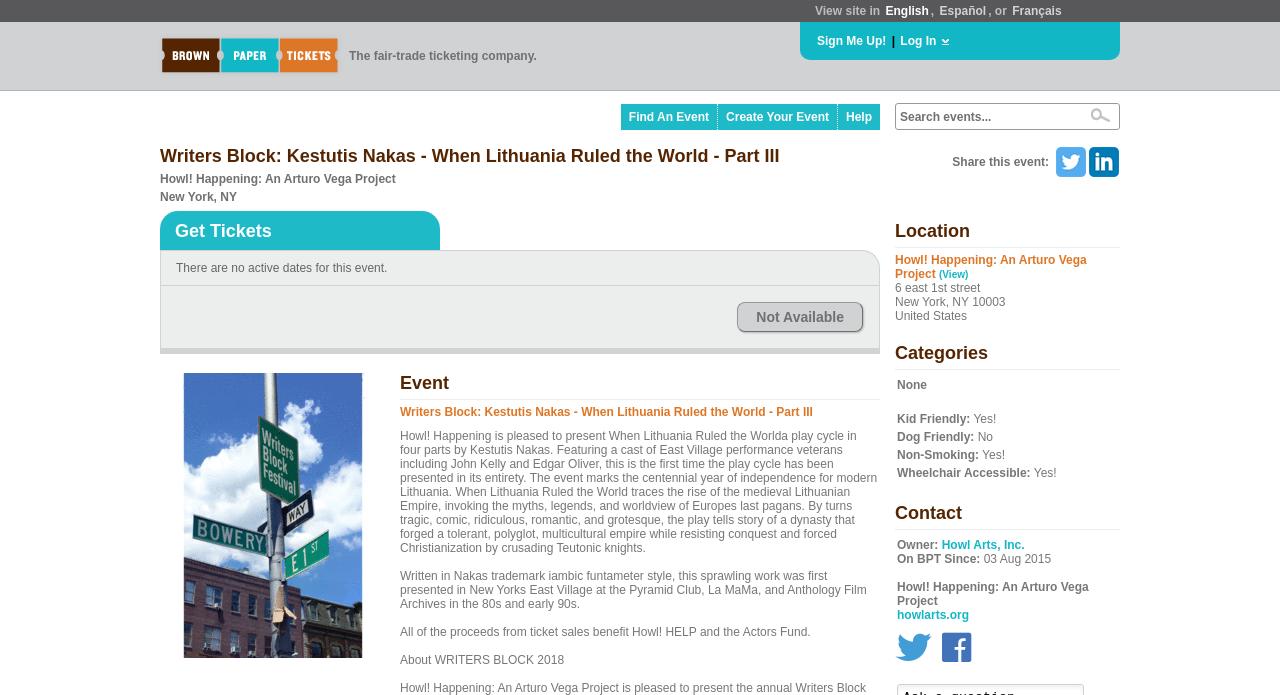  I want to click on 'howlarts.org', so click(931, 615).